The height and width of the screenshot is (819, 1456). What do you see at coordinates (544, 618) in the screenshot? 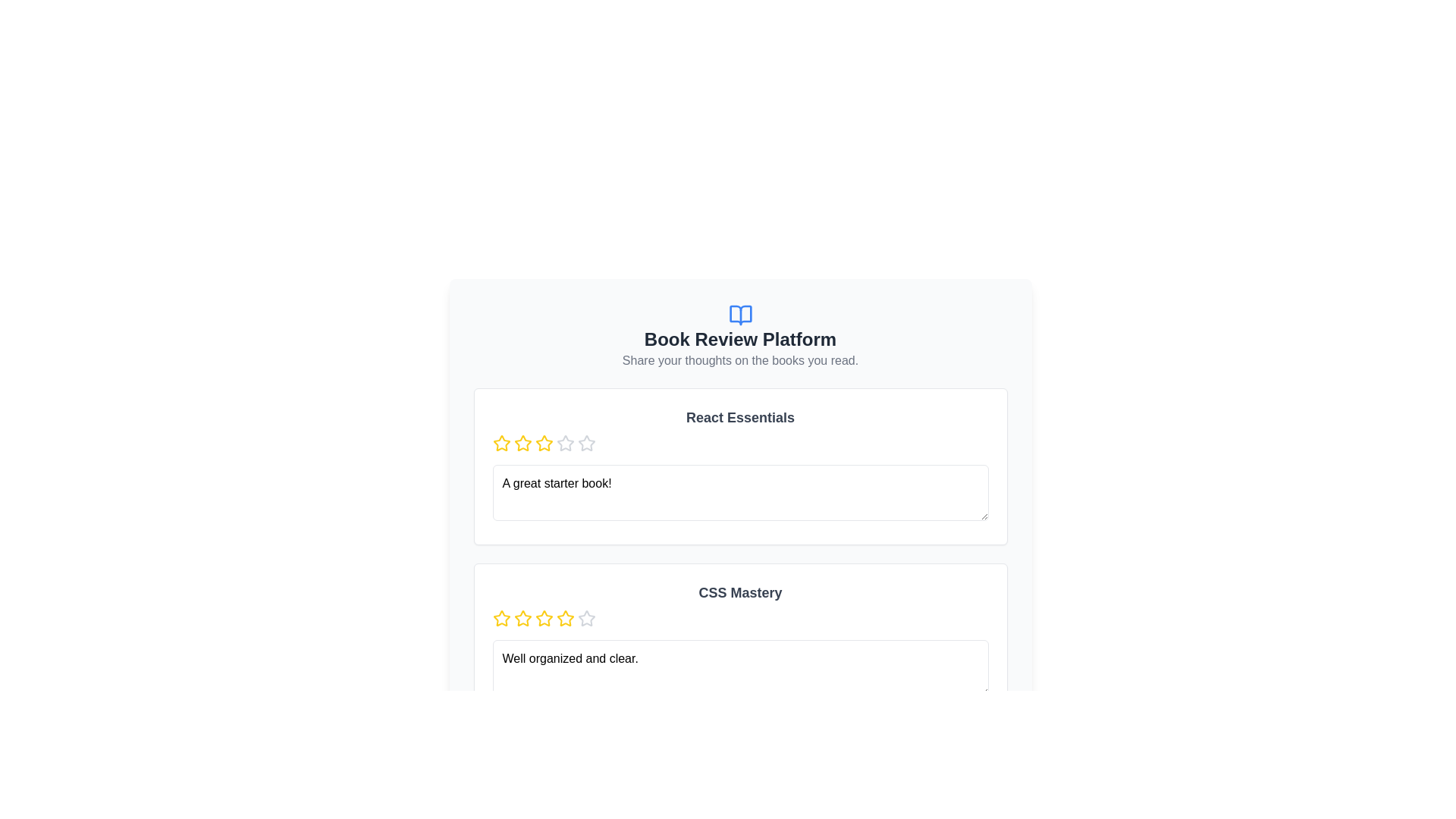
I see `the second yellow star icon in the rating system for the book 'CSS Mastery' to set the rating to 2` at bounding box center [544, 618].